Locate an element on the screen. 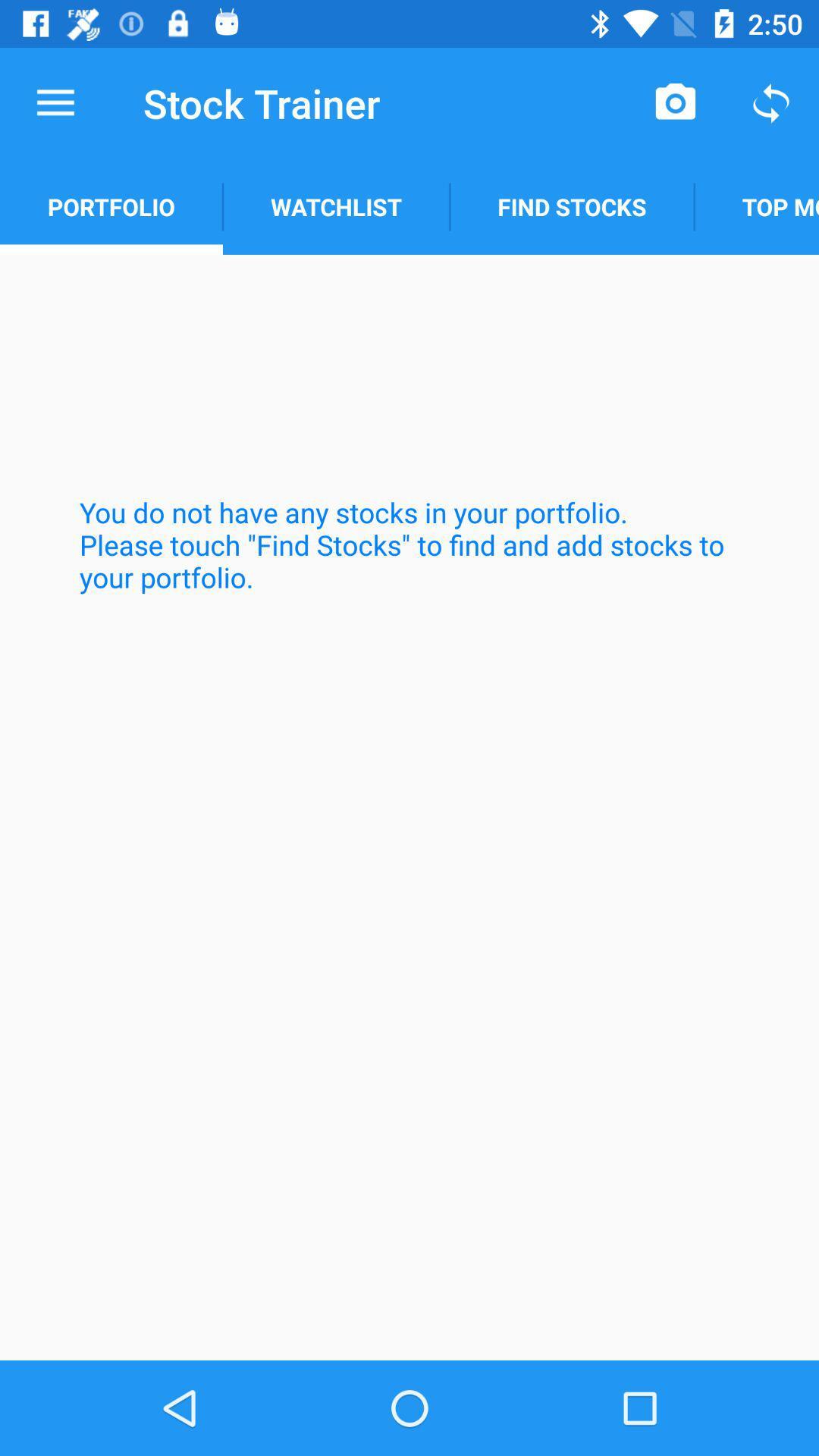  the item below stock trainer icon is located at coordinates (335, 206).